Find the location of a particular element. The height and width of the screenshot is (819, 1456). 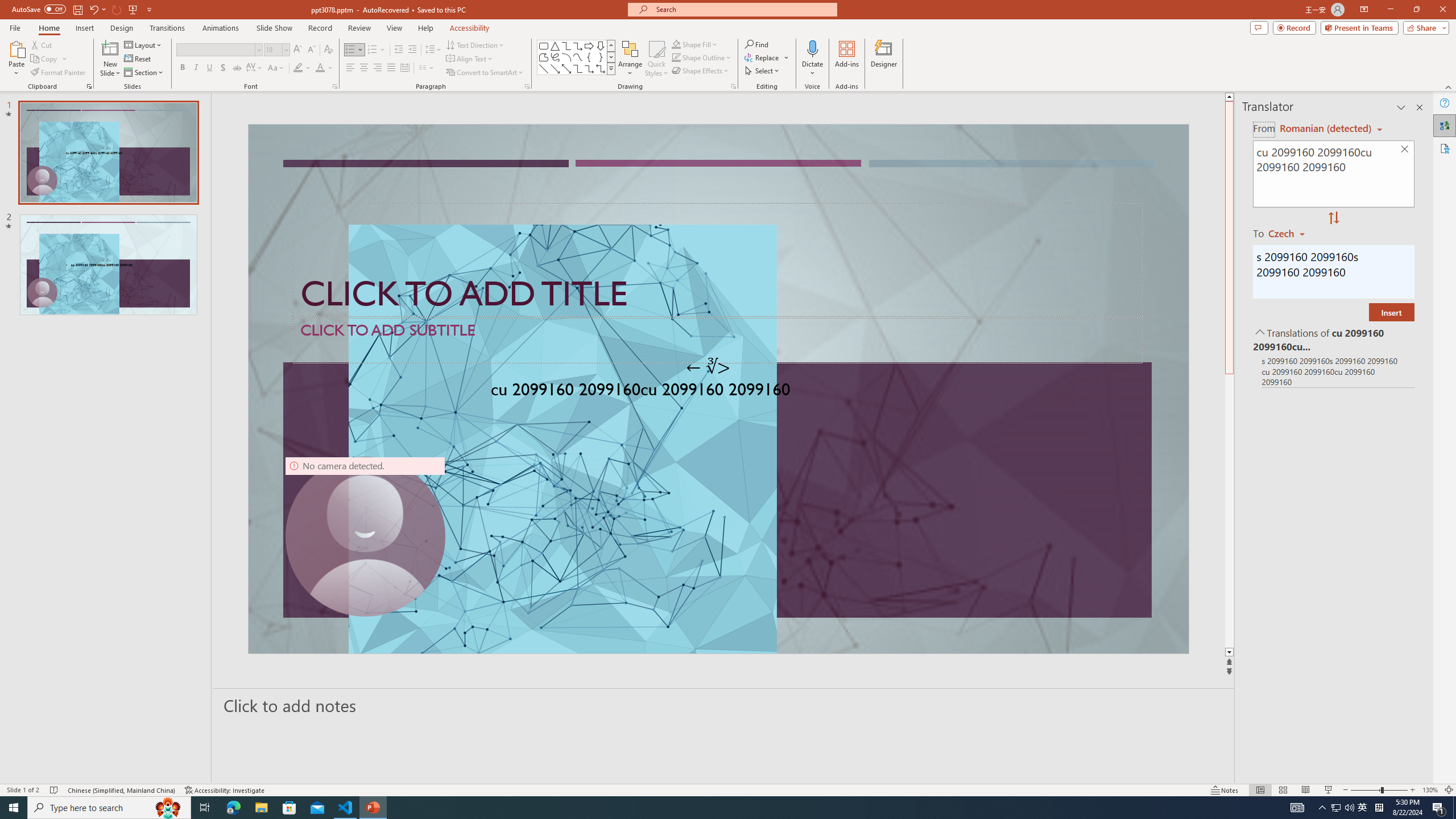

'Shape Fill Dark Green, Accent 2' is located at coordinates (676, 44).